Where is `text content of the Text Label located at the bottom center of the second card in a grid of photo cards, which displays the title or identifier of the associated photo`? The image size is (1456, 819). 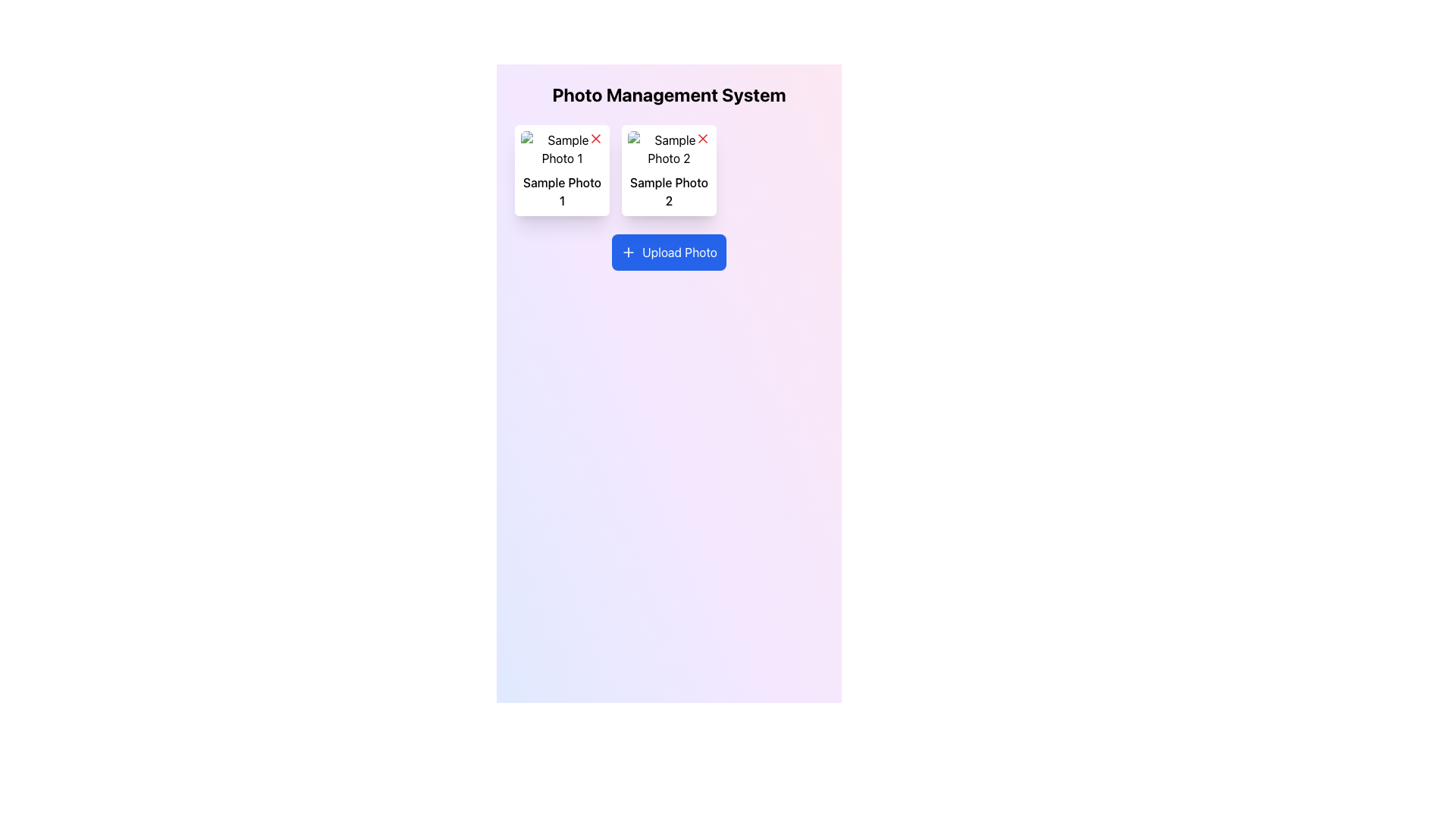
text content of the Text Label located at the bottom center of the second card in a grid of photo cards, which displays the title or identifier of the associated photo is located at coordinates (668, 191).